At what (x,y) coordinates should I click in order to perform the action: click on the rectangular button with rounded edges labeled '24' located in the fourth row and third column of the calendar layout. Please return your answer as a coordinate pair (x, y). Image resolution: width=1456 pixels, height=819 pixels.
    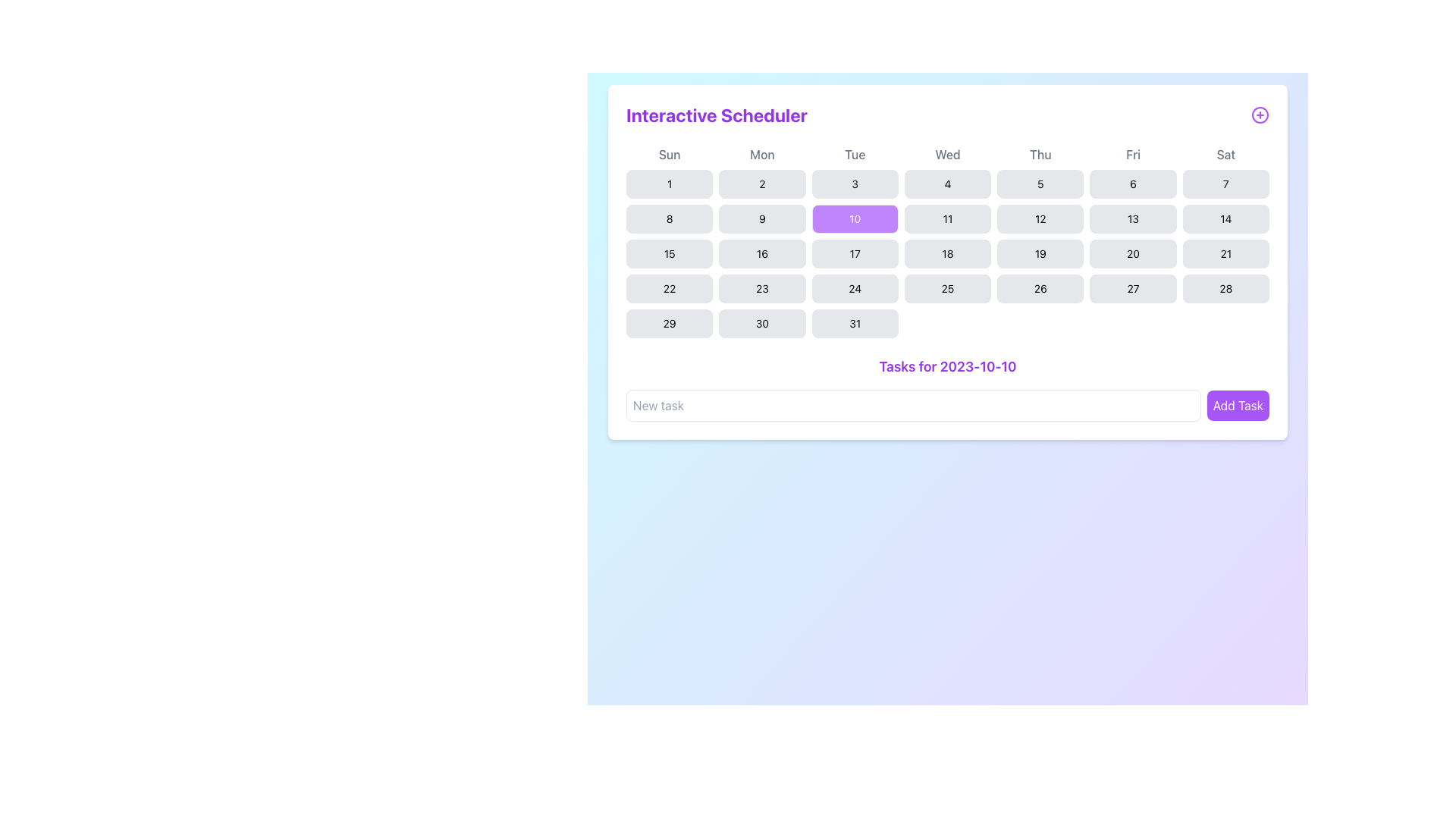
    Looking at the image, I should click on (855, 289).